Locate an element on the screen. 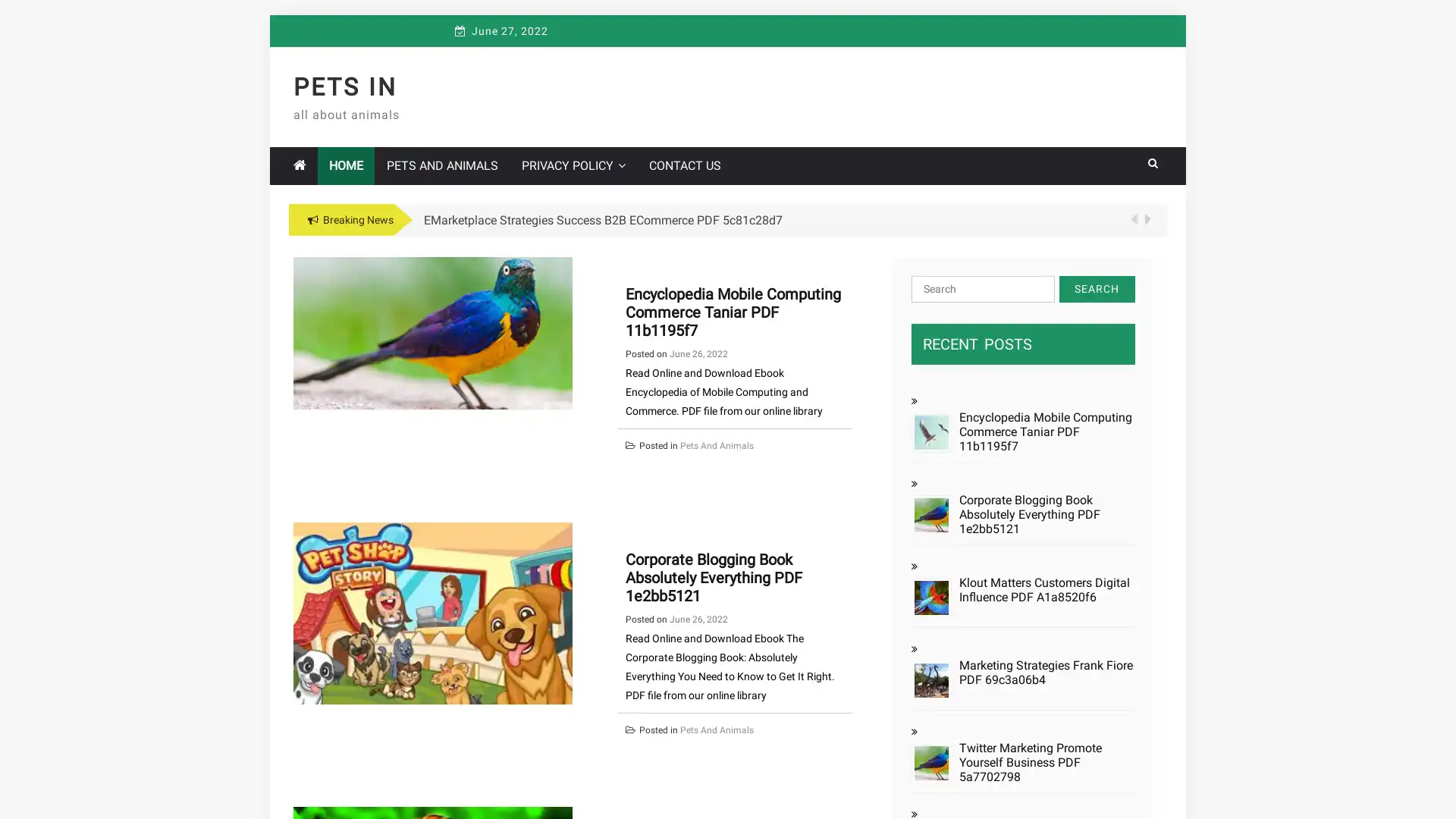  Search is located at coordinates (1096, 288).